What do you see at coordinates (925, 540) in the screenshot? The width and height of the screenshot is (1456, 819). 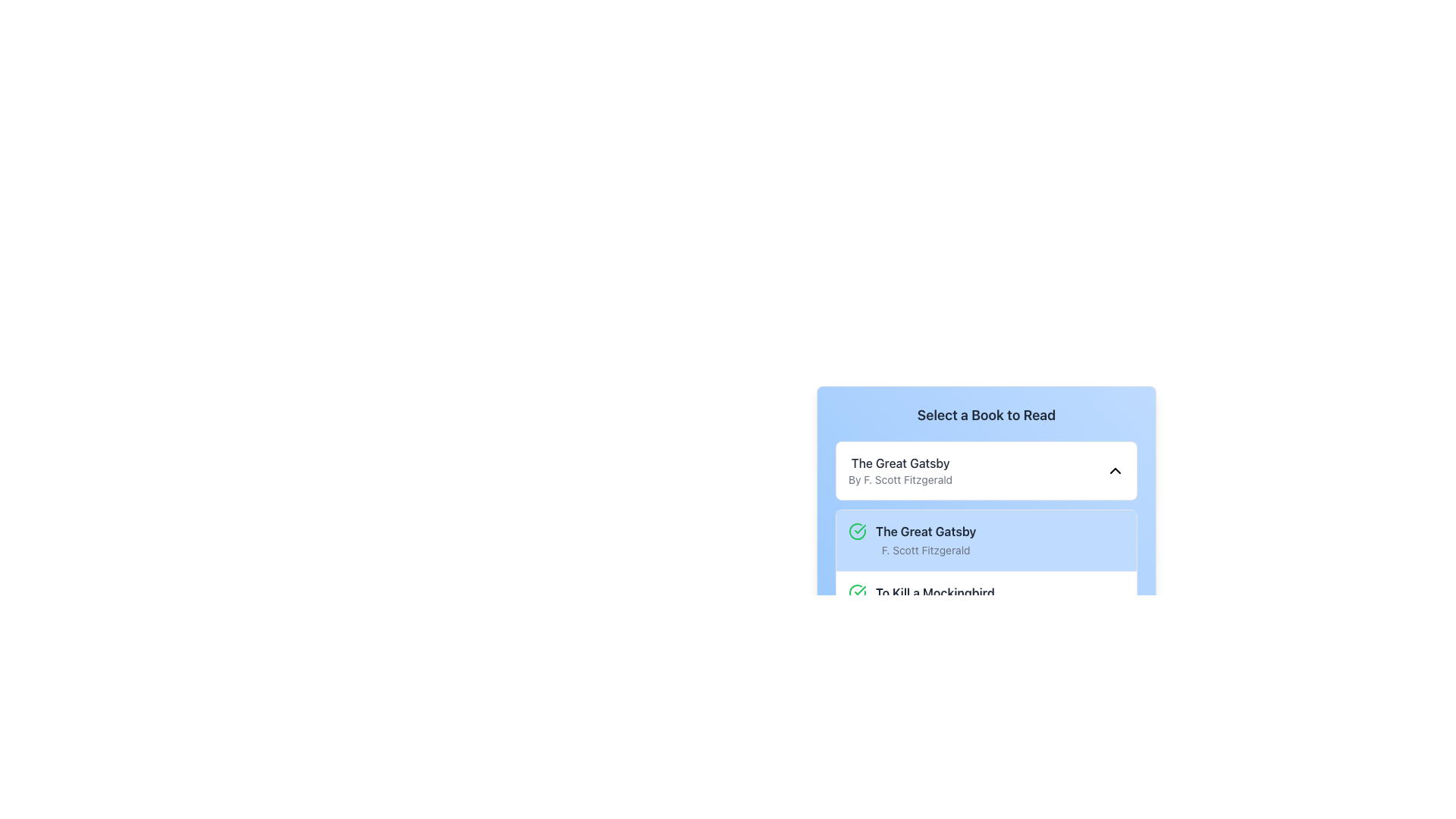 I see `the text element displaying 'The Great Gatsby' by F. Scott Fitzgerald` at bounding box center [925, 540].